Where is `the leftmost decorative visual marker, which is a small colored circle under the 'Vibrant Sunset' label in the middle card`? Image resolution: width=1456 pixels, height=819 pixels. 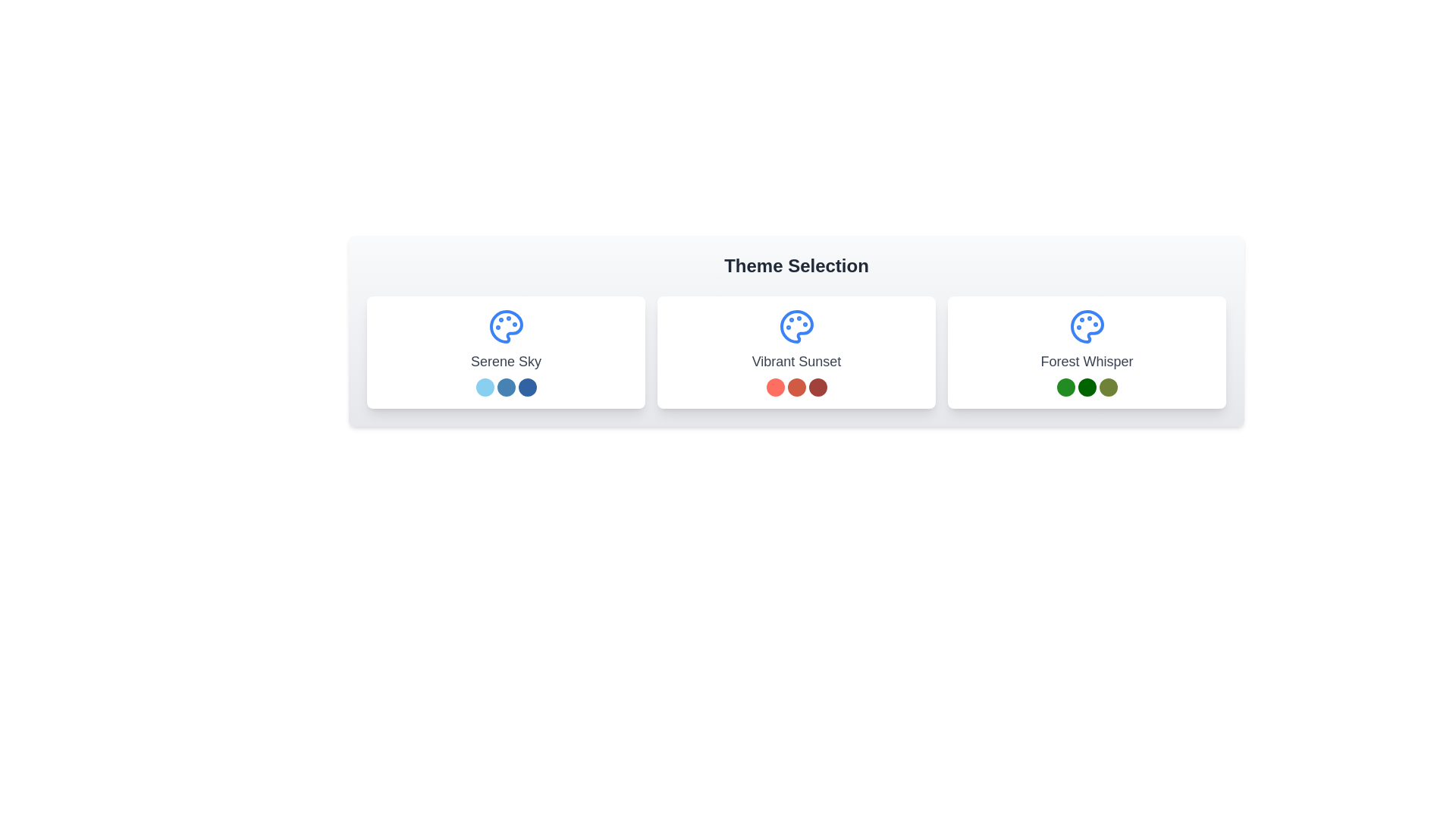 the leftmost decorative visual marker, which is a small colored circle under the 'Vibrant Sunset' label in the middle card is located at coordinates (775, 386).